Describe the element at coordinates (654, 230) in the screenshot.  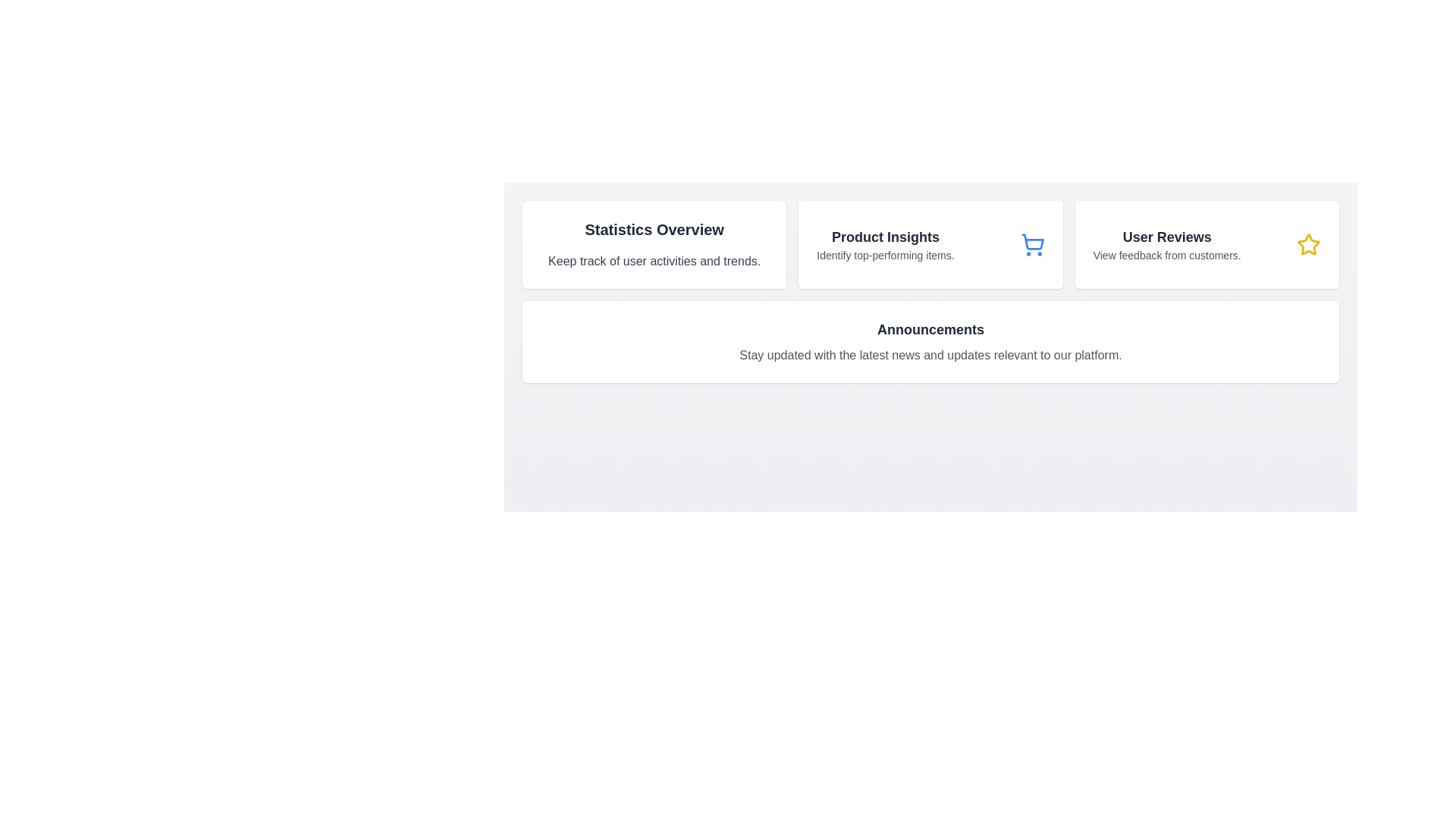
I see `the text label or heading that summarizes the content or functionality provided below, positioned at the top-left corner of the interface` at that location.